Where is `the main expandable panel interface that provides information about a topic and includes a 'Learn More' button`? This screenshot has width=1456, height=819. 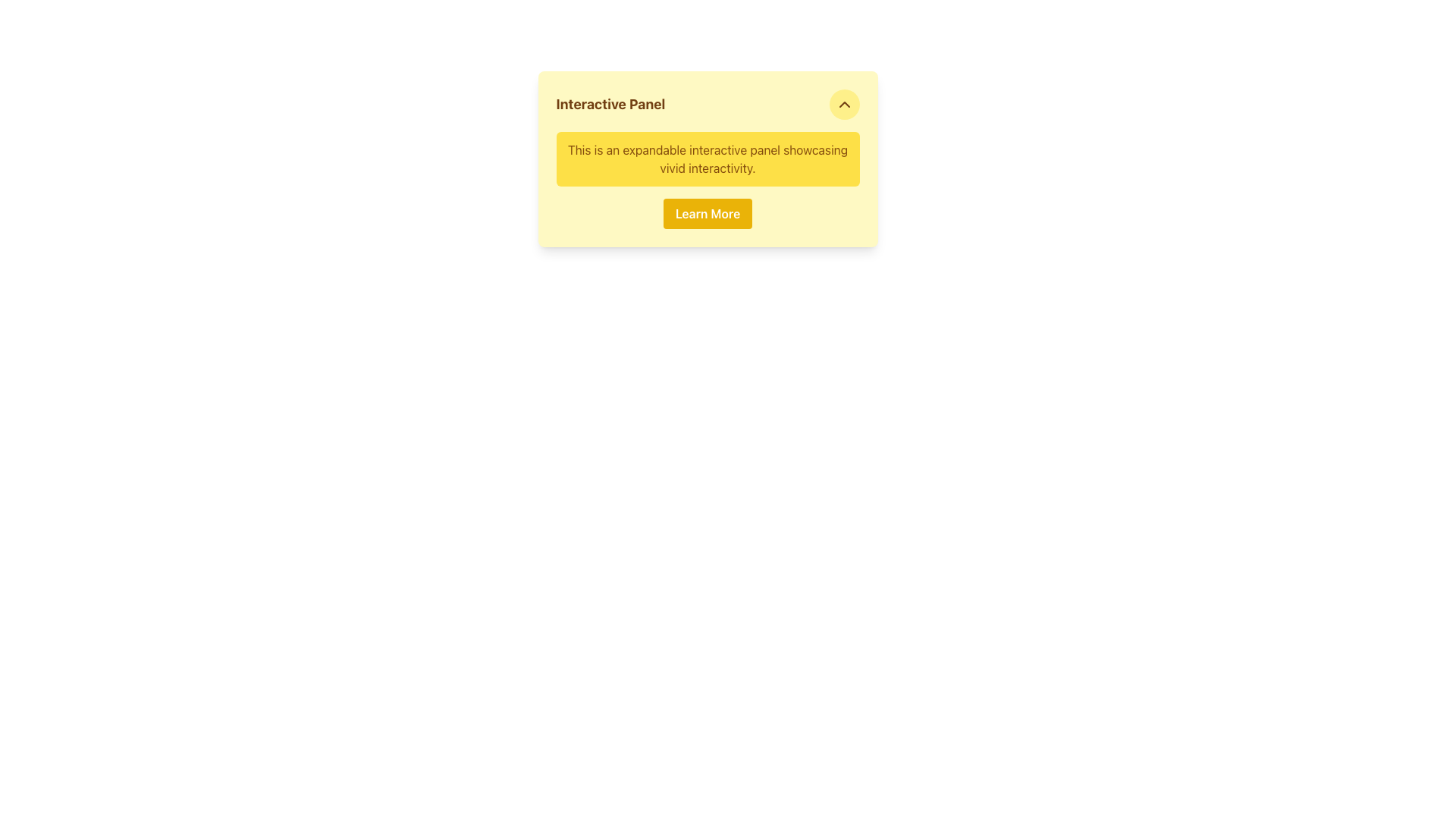
the main expandable panel interface that provides information about a topic and includes a 'Learn More' button is located at coordinates (707, 158).